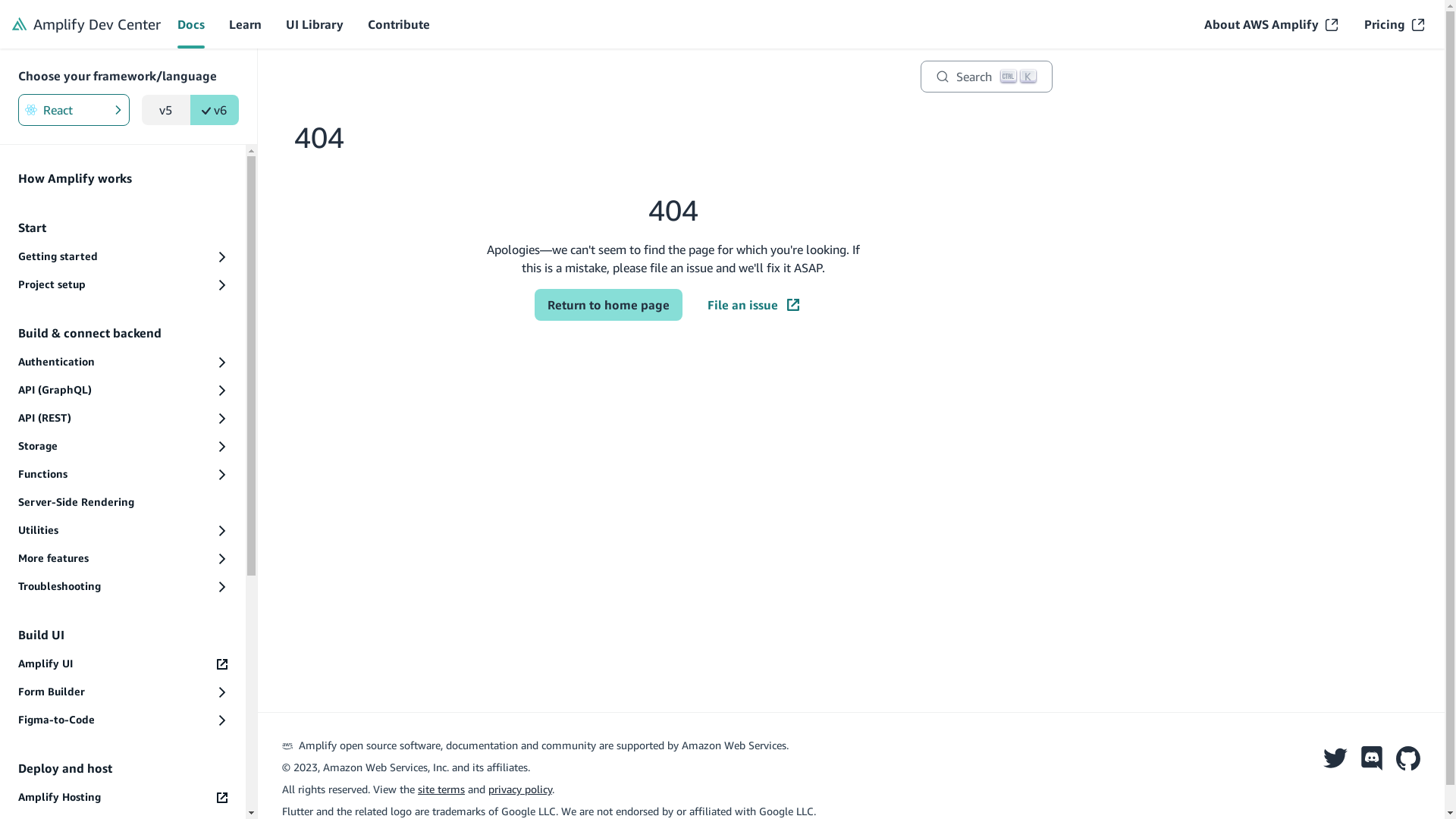 The height and width of the screenshot is (819, 1456). Describe the element at coordinates (313, 24) in the screenshot. I see `'UI Library'` at that location.